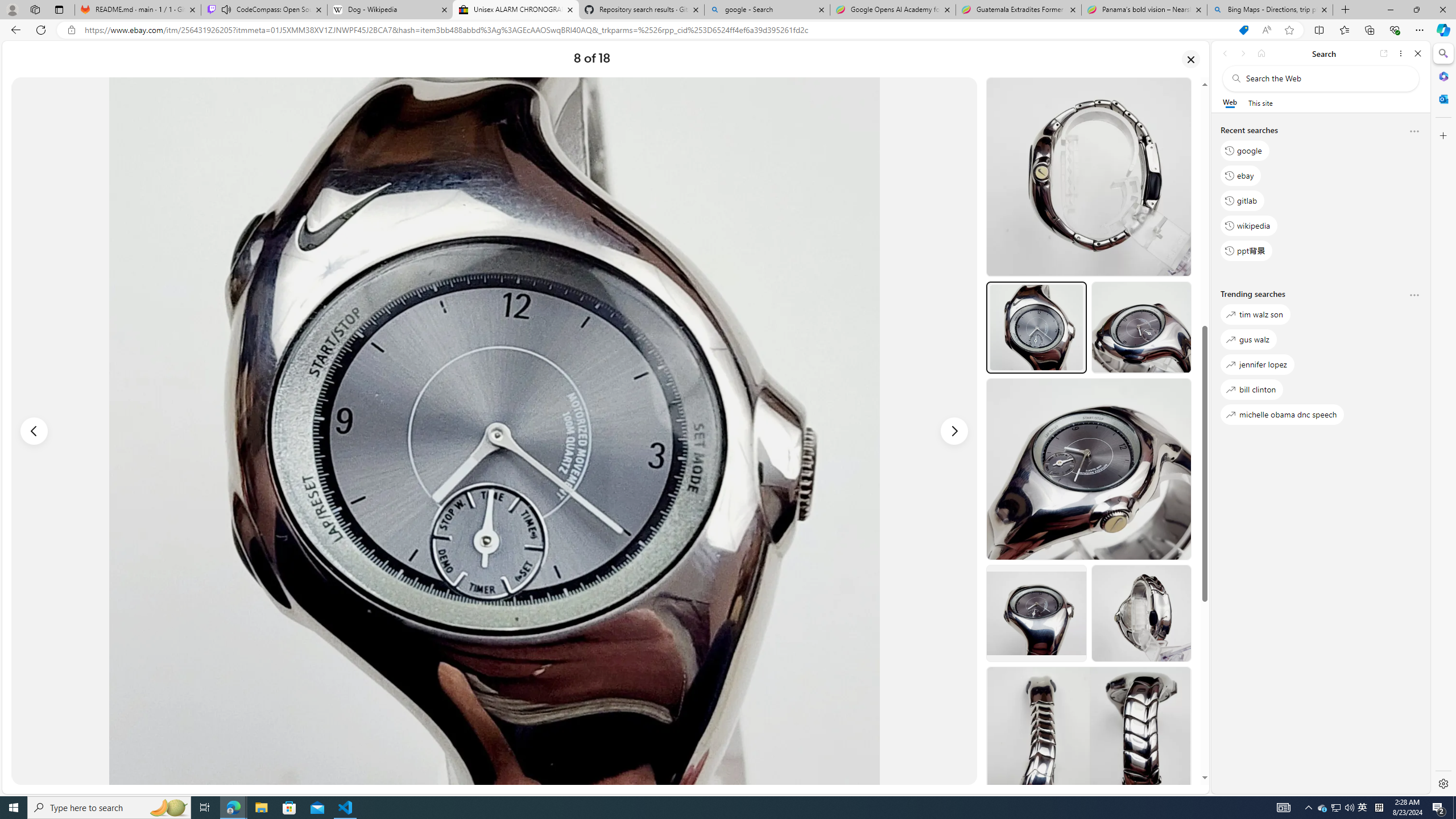  What do you see at coordinates (1384, 53) in the screenshot?
I see `'Open link in new tab'` at bounding box center [1384, 53].